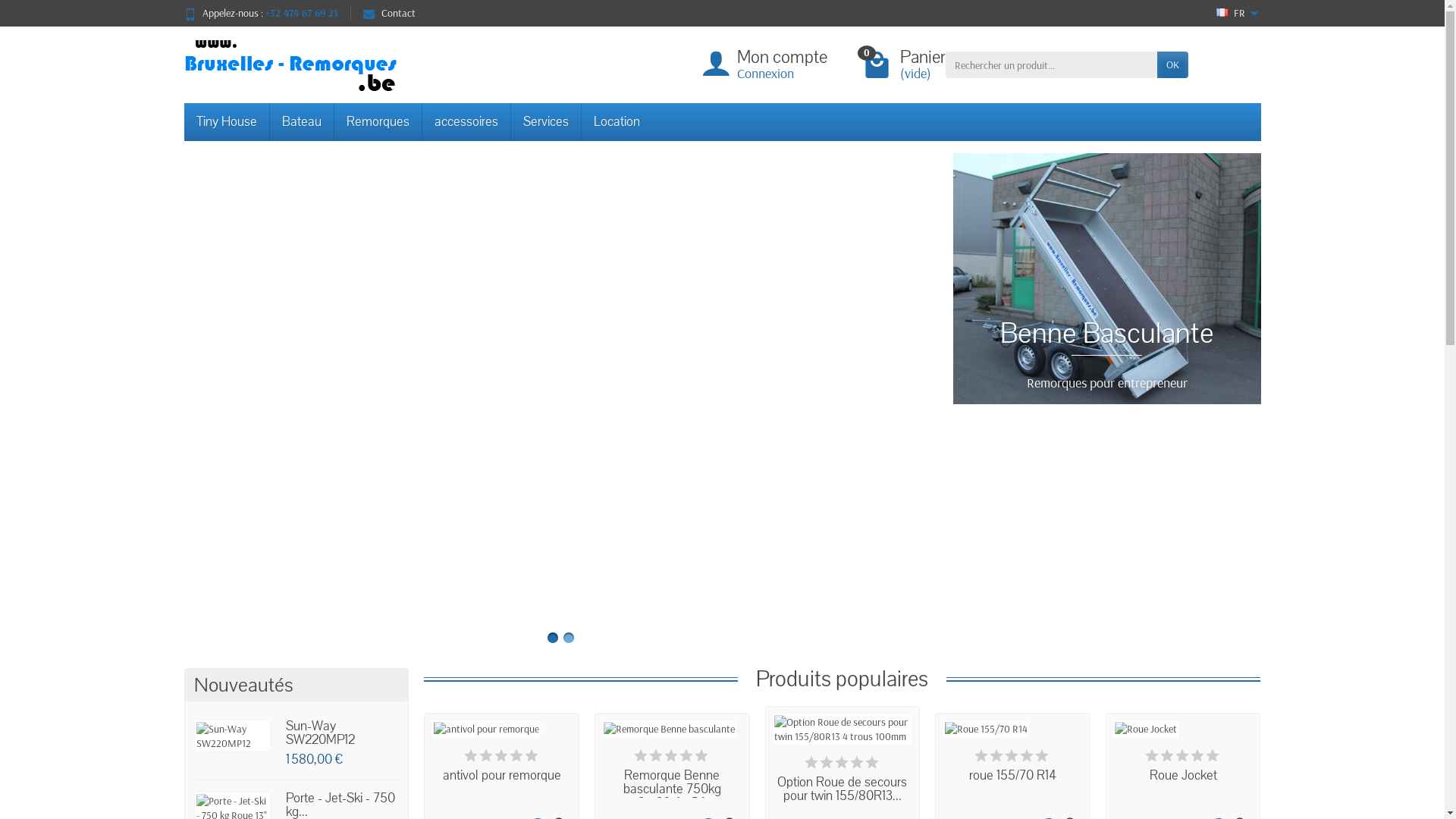  I want to click on 'Services', so click(510, 121).